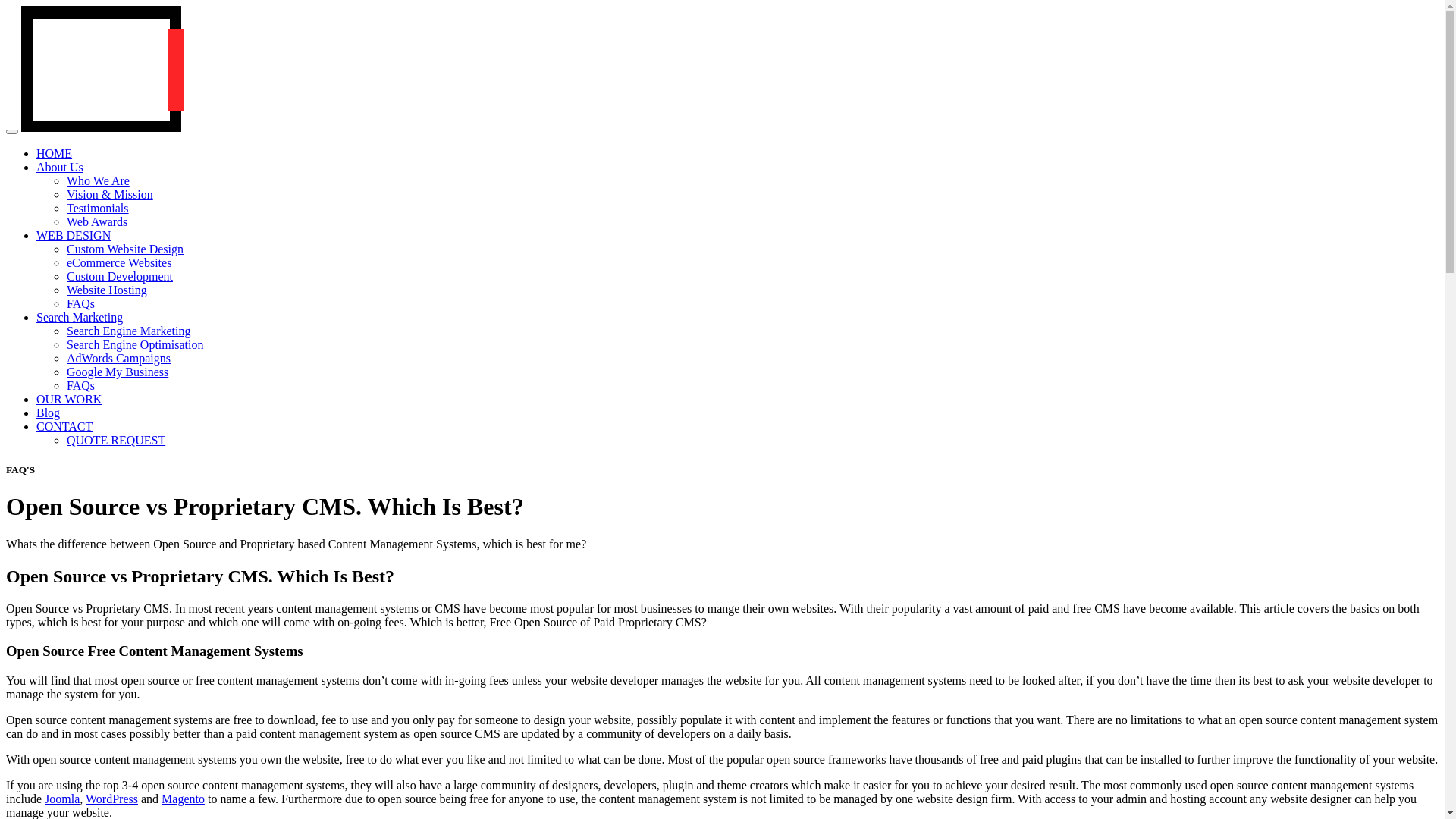  Describe the element at coordinates (108, 193) in the screenshot. I see `'Vision & Mission'` at that location.